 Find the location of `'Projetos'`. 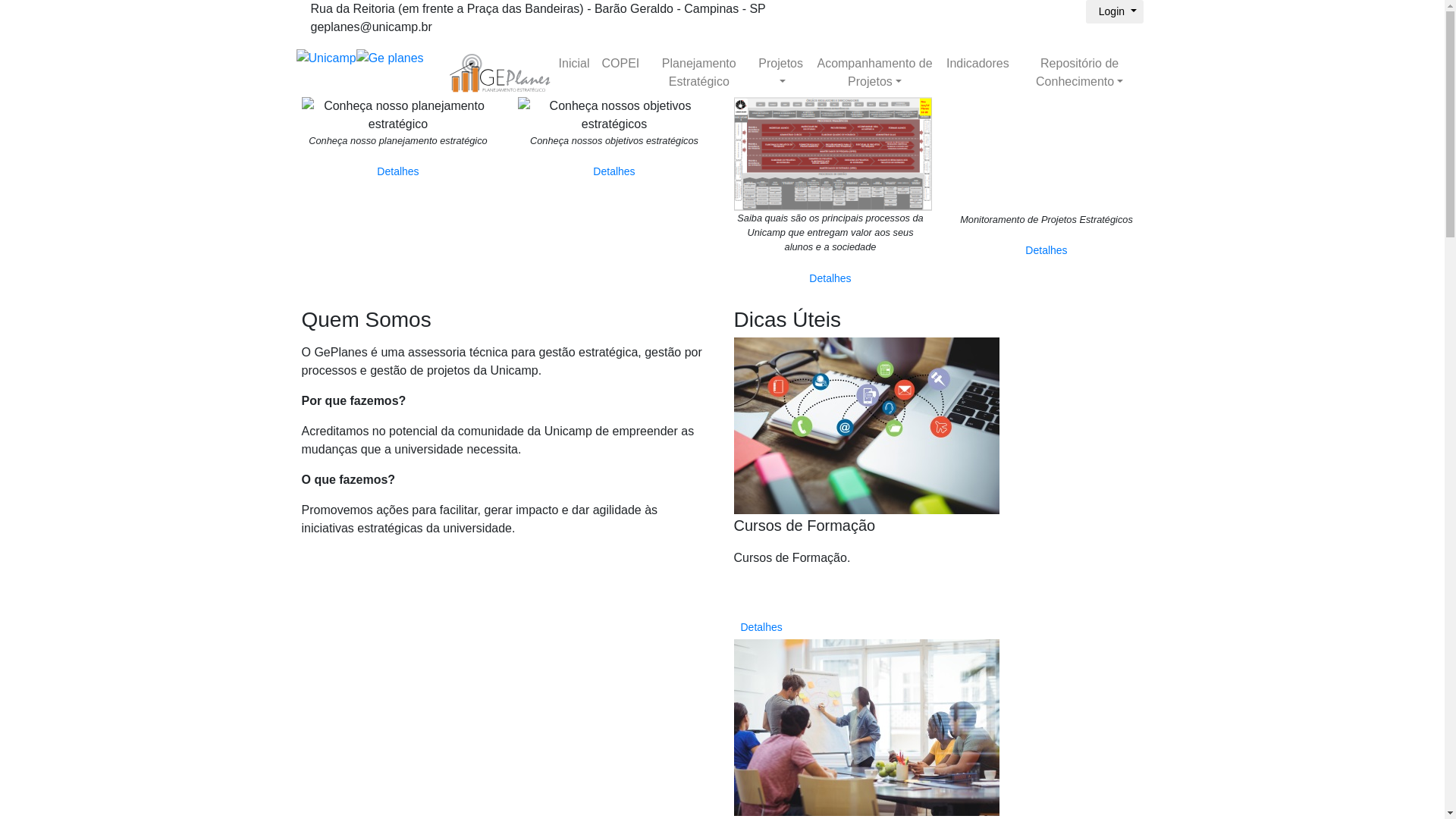

'Projetos' is located at coordinates (780, 73).